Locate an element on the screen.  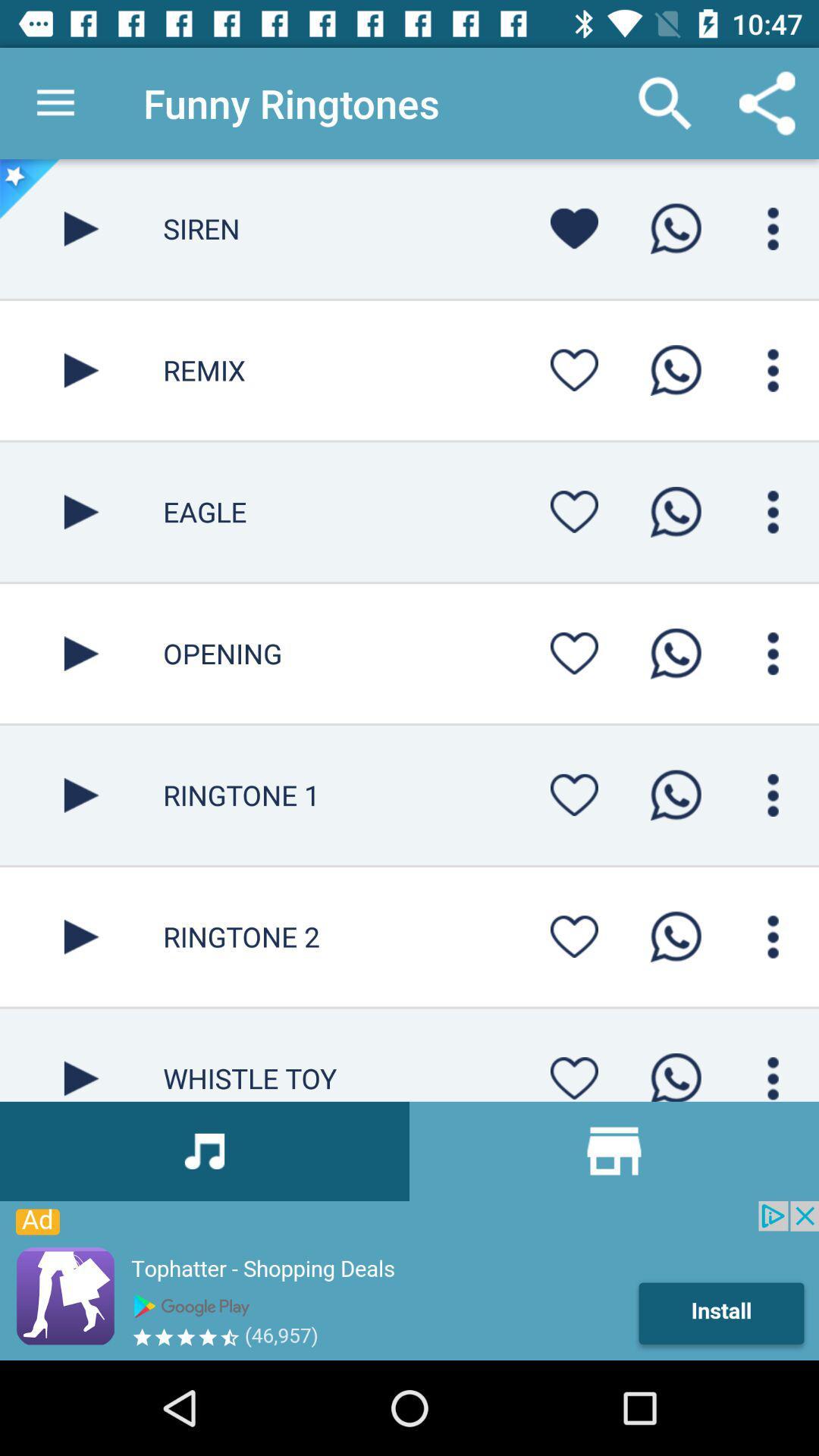
favorite is located at coordinates (574, 936).